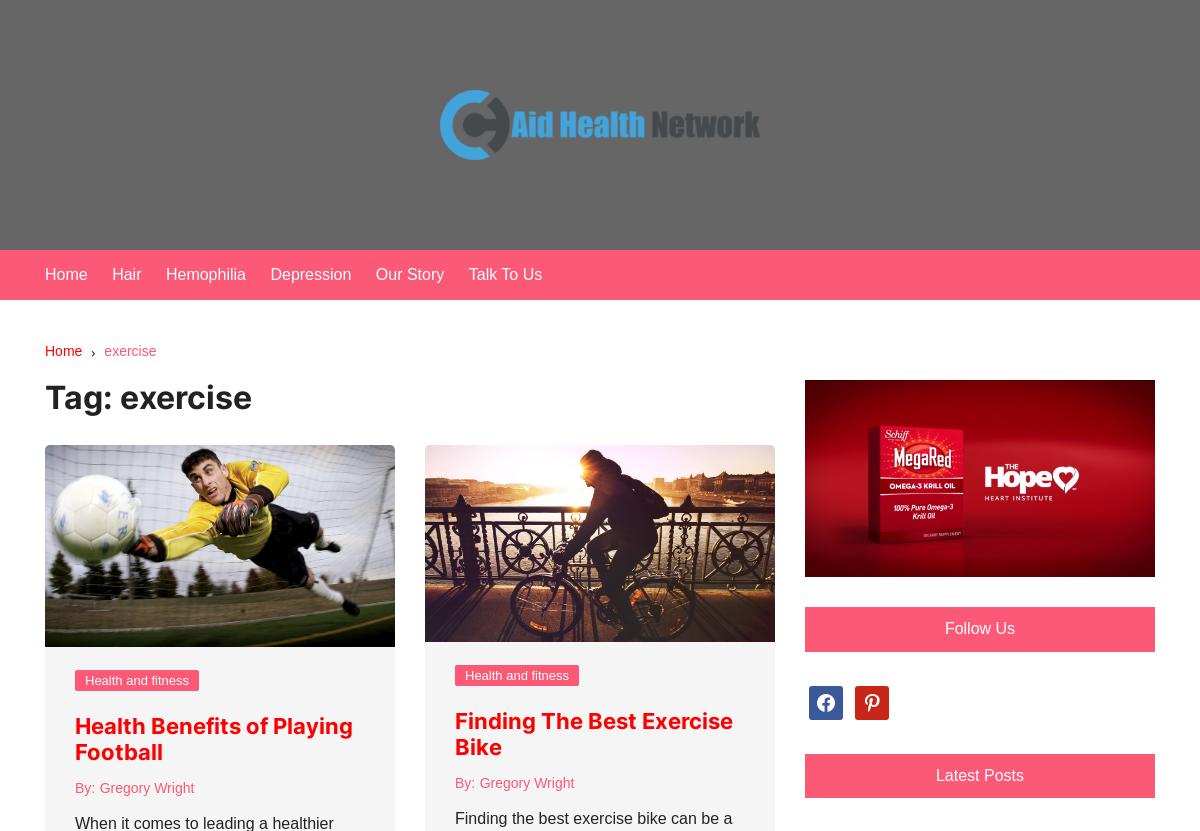 The image size is (1200, 831). I want to click on 'Hair', so click(111, 273).